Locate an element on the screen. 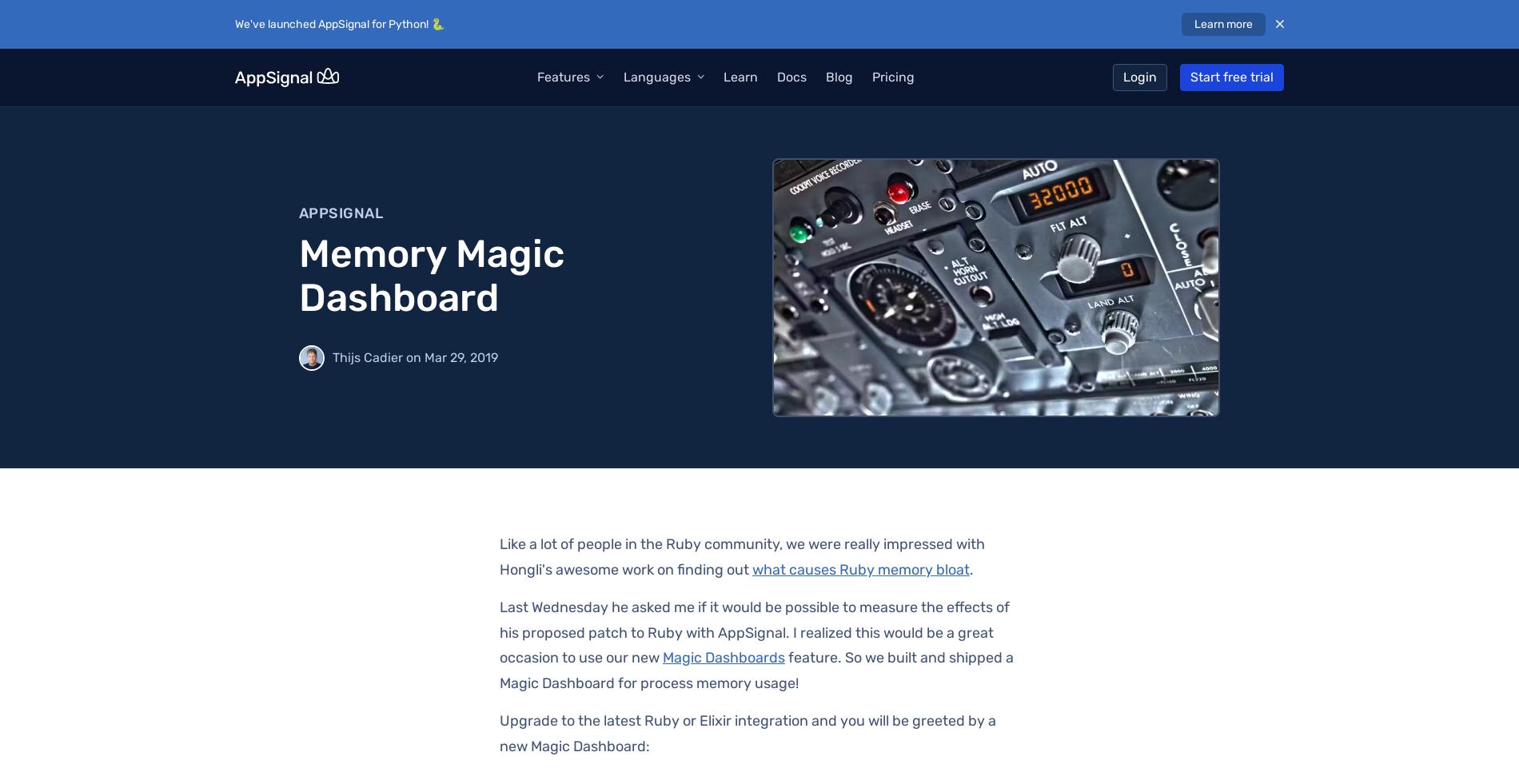 This screenshot has width=1519, height=784. 'Mar 29, 2019' is located at coordinates (425, 356).